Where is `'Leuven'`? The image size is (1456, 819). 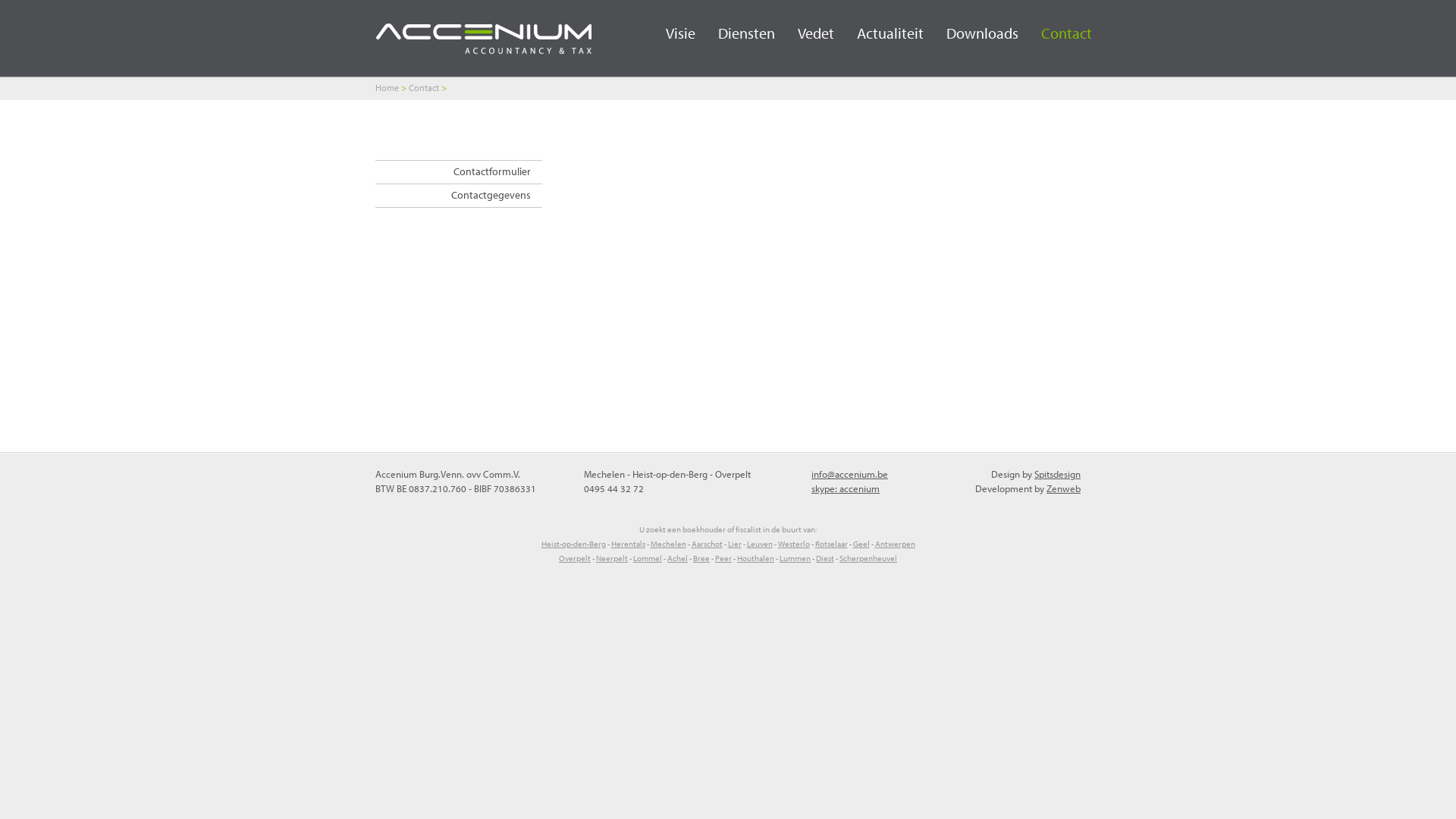
'Leuven' is located at coordinates (759, 543).